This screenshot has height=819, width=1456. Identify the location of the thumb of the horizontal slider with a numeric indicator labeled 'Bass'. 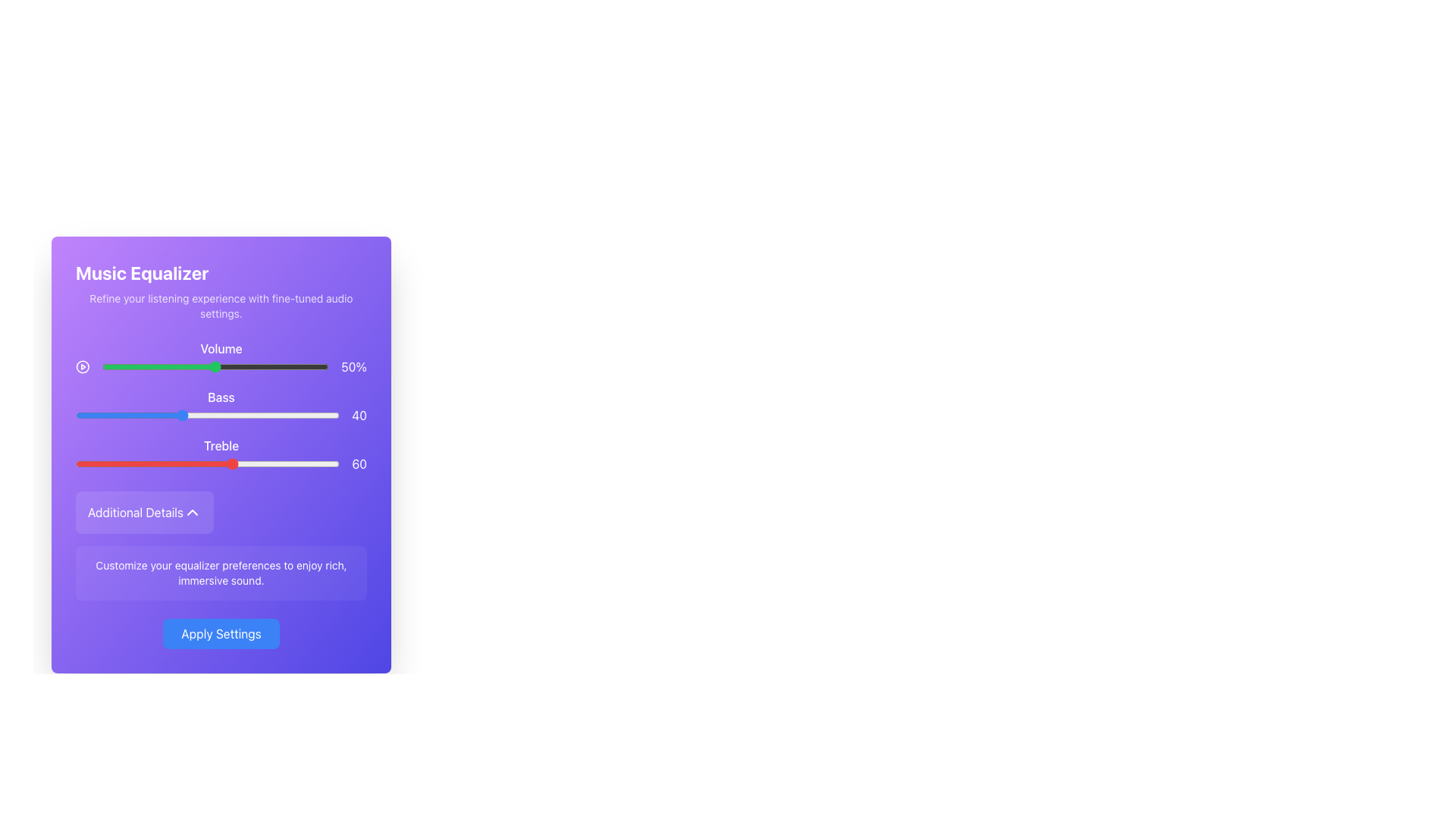
(221, 415).